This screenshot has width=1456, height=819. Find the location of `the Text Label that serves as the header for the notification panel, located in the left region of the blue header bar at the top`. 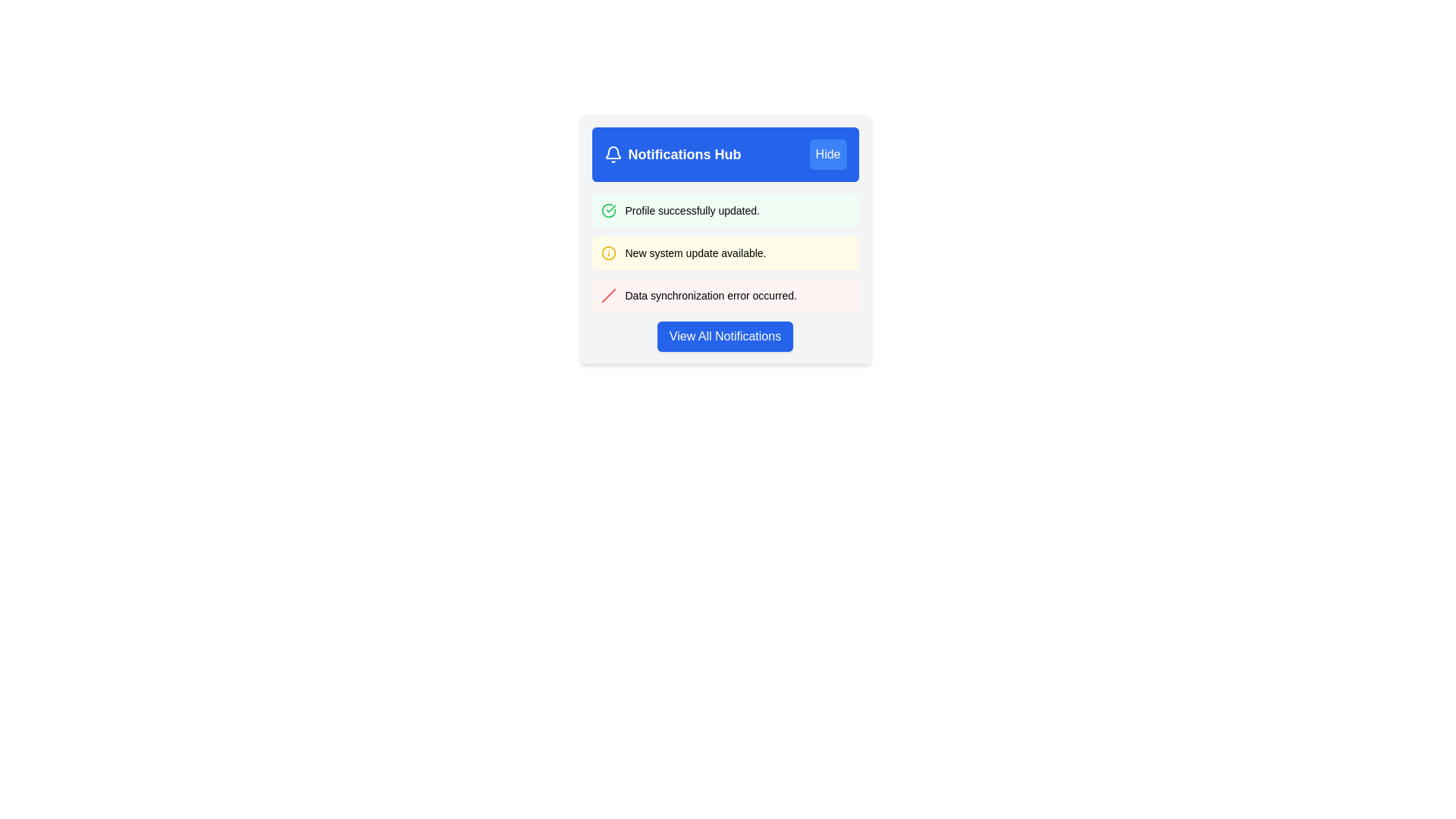

the Text Label that serves as the header for the notification panel, located in the left region of the blue header bar at the top is located at coordinates (672, 155).